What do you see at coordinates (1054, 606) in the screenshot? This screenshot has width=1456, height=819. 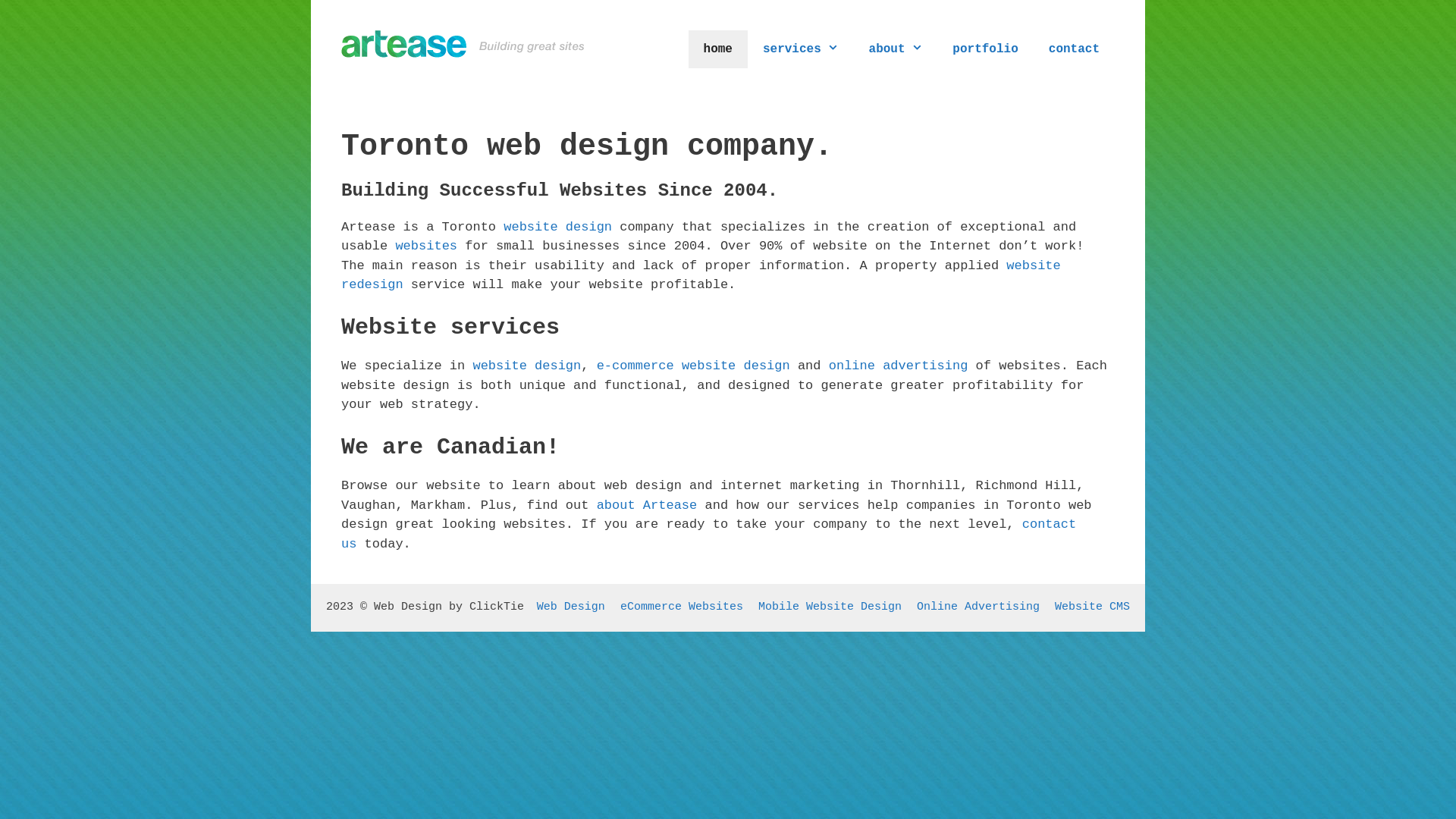 I see `'Website CMS'` at bounding box center [1054, 606].